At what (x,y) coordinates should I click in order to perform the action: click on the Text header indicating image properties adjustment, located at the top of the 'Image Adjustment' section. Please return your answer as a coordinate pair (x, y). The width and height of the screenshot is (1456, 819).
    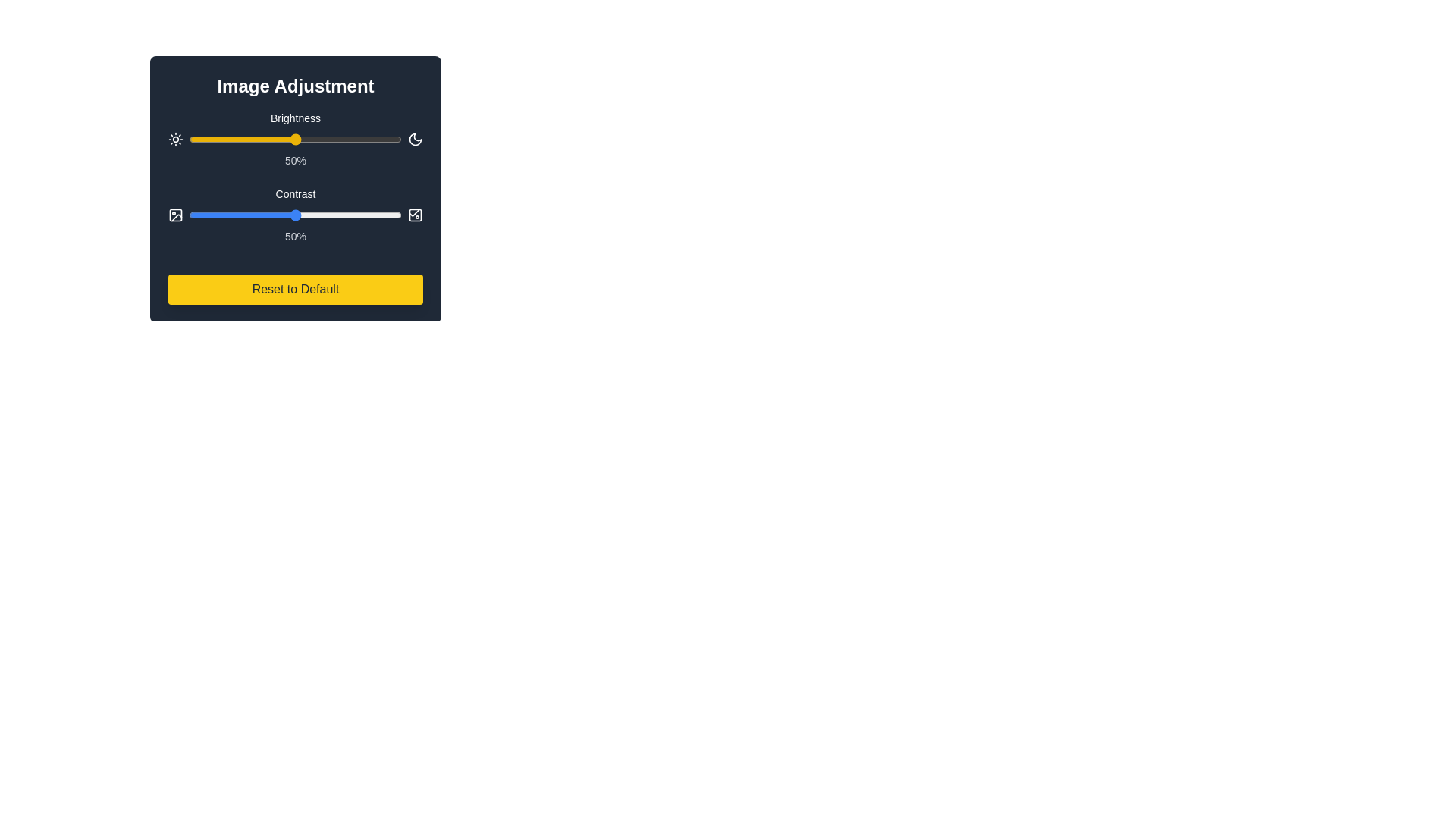
    Looking at the image, I should click on (295, 86).